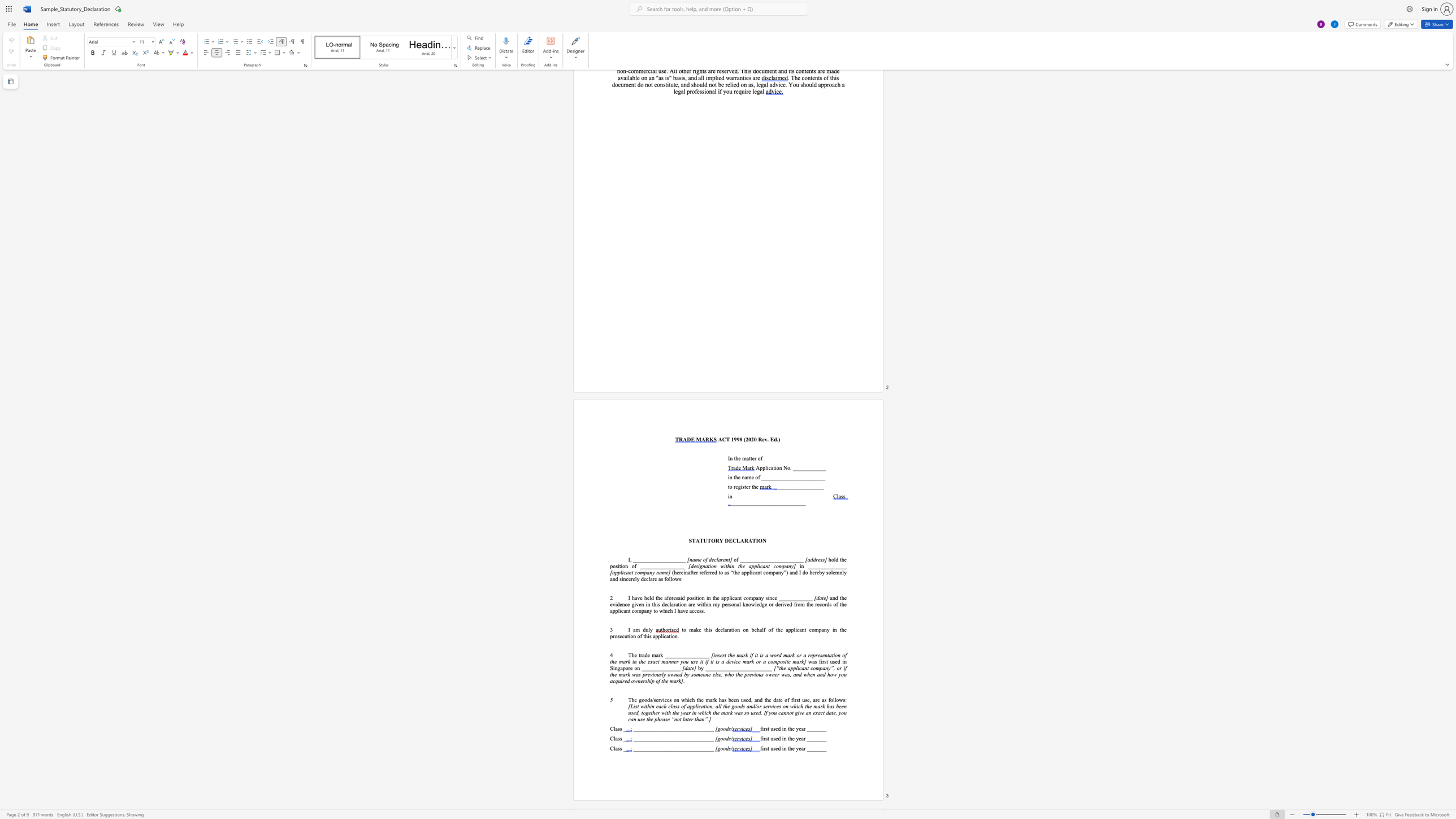  What do you see at coordinates (733, 486) in the screenshot?
I see `the subset text "registe" within the text "to register the"` at bounding box center [733, 486].